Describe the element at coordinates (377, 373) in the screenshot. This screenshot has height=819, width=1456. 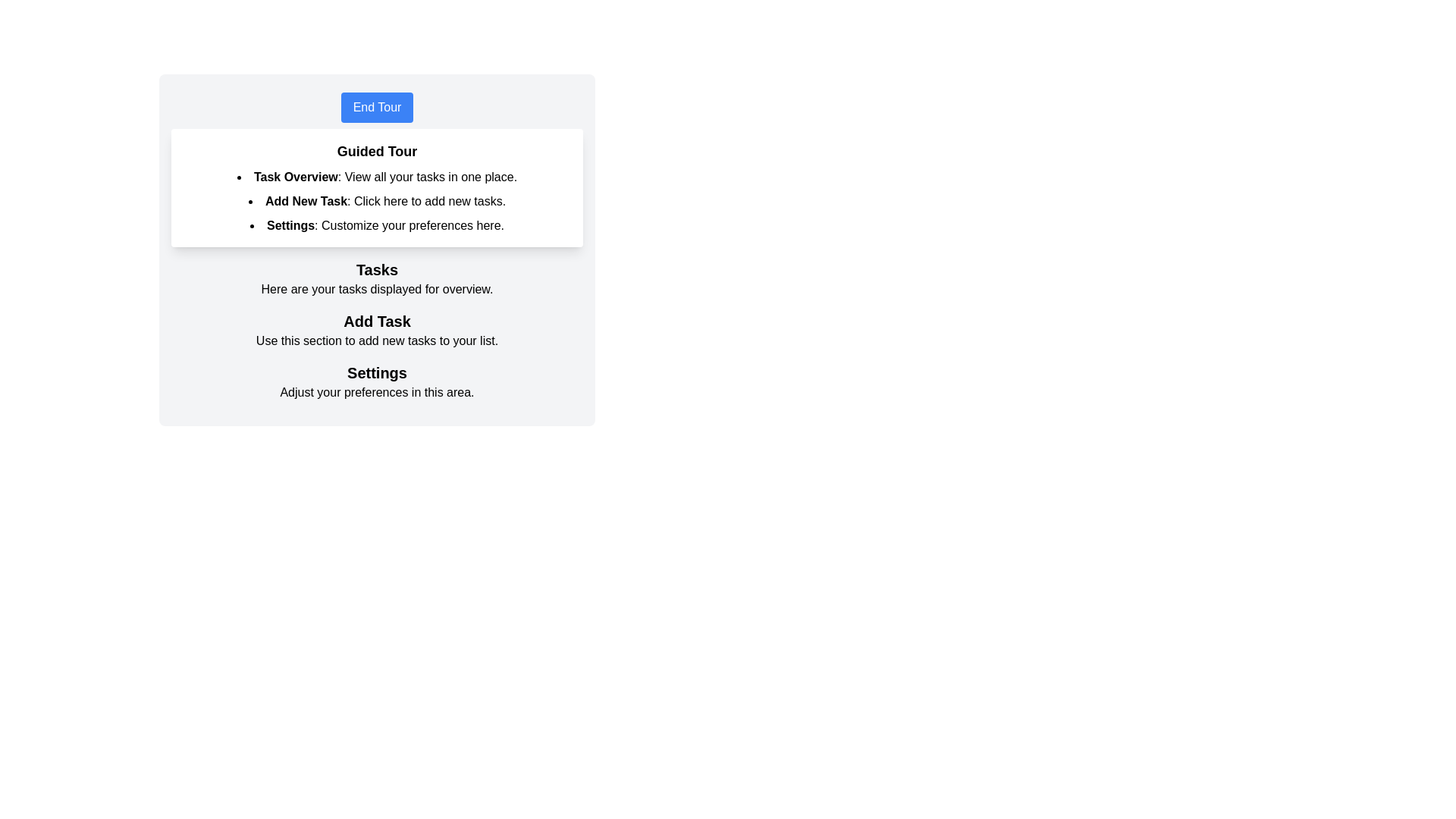
I see `the header label indicating 'Settings', which serves as the section title for user preferences` at that location.